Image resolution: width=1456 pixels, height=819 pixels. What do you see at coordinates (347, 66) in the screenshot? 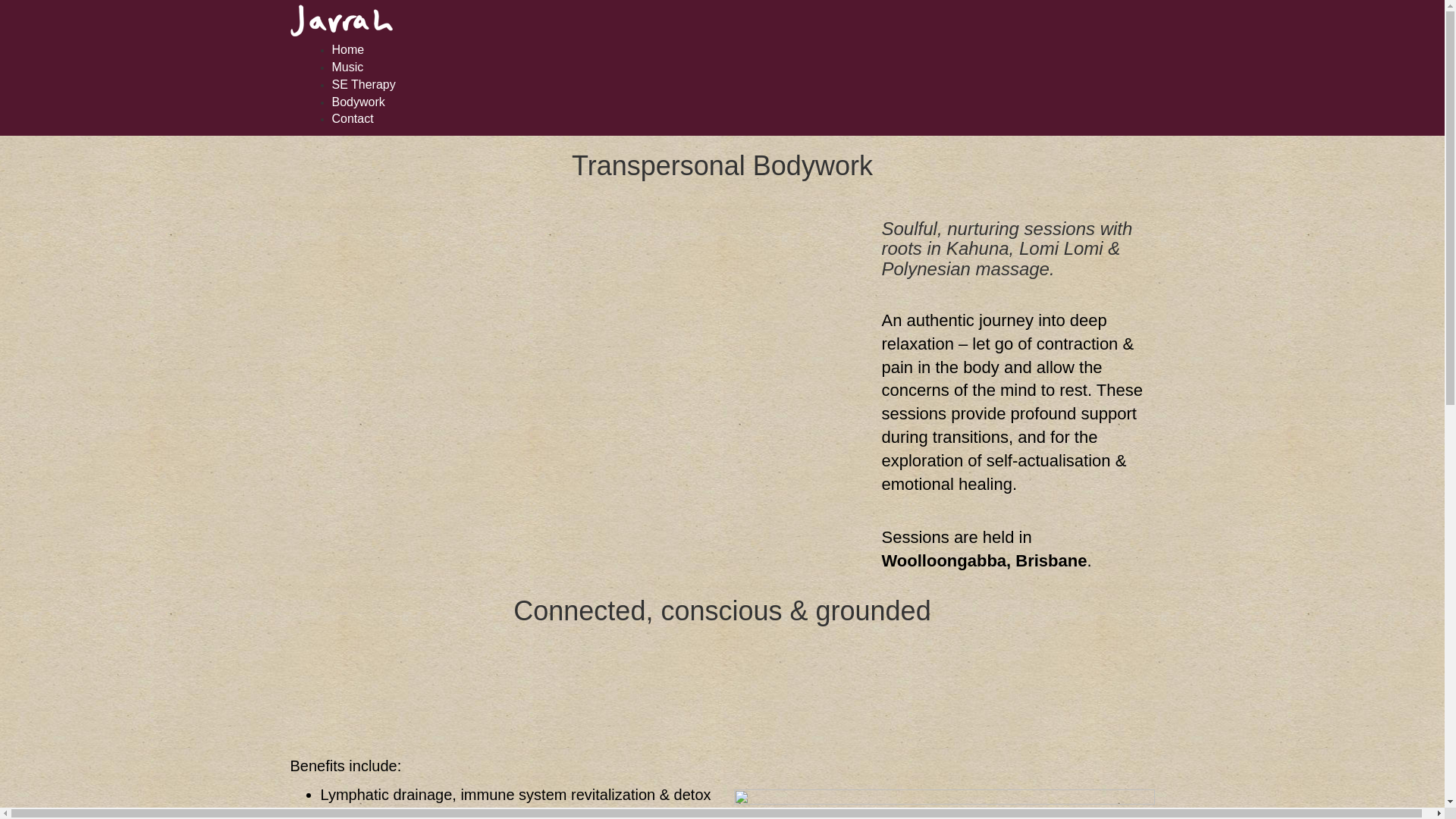
I see `'Music'` at bounding box center [347, 66].